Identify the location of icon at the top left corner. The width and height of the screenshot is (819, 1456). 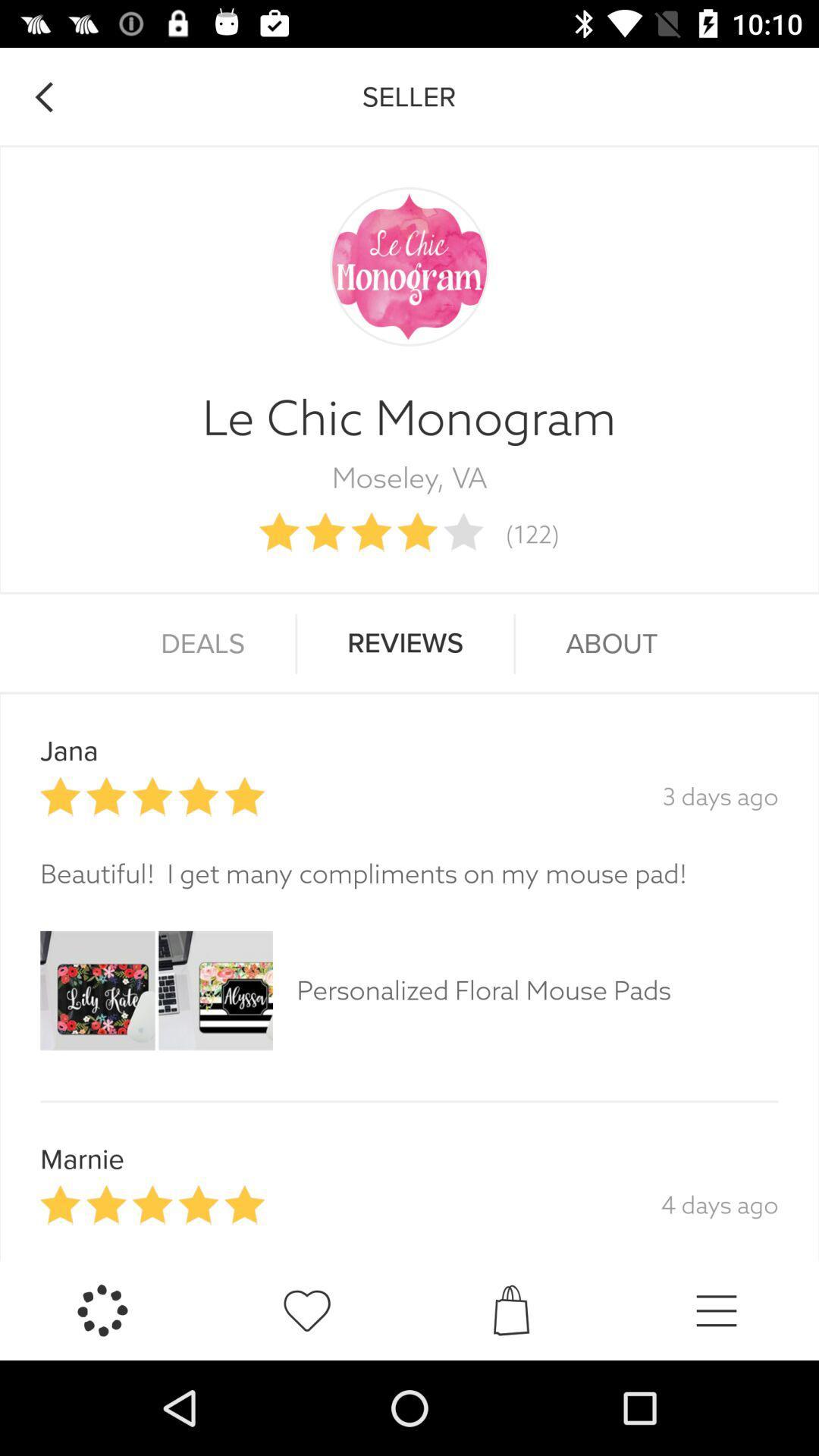
(42, 96).